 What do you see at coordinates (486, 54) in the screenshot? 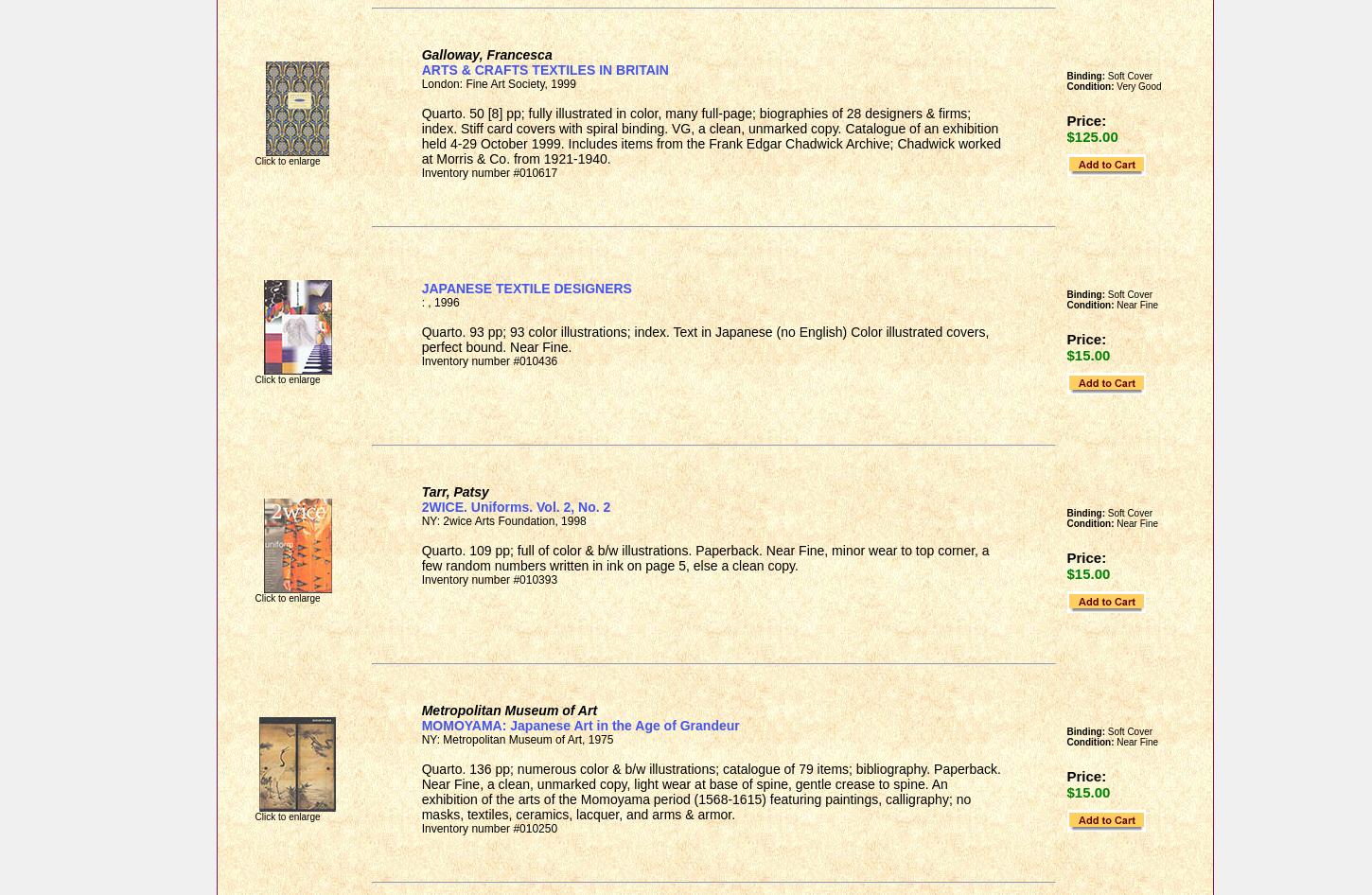
I see `'Galloway, Francesca'` at bounding box center [486, 54].